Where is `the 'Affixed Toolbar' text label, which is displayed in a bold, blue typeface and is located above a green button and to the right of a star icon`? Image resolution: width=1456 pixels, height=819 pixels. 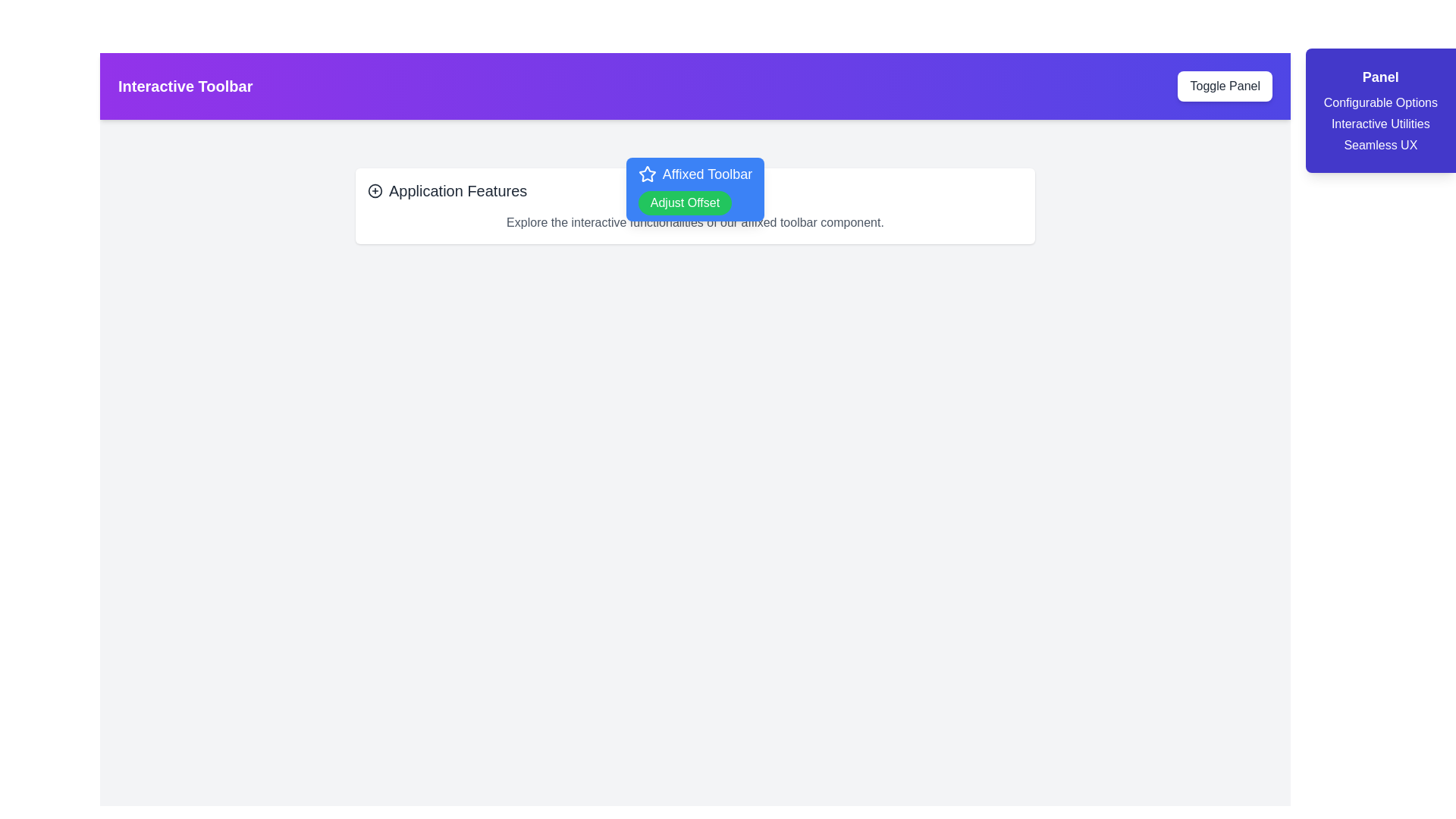
the 'Affixed Toolbar' text label, which is displayed in a bold, blue typeface and is located above a green button and to the right of a star icon is located at coordinates (706, 174).